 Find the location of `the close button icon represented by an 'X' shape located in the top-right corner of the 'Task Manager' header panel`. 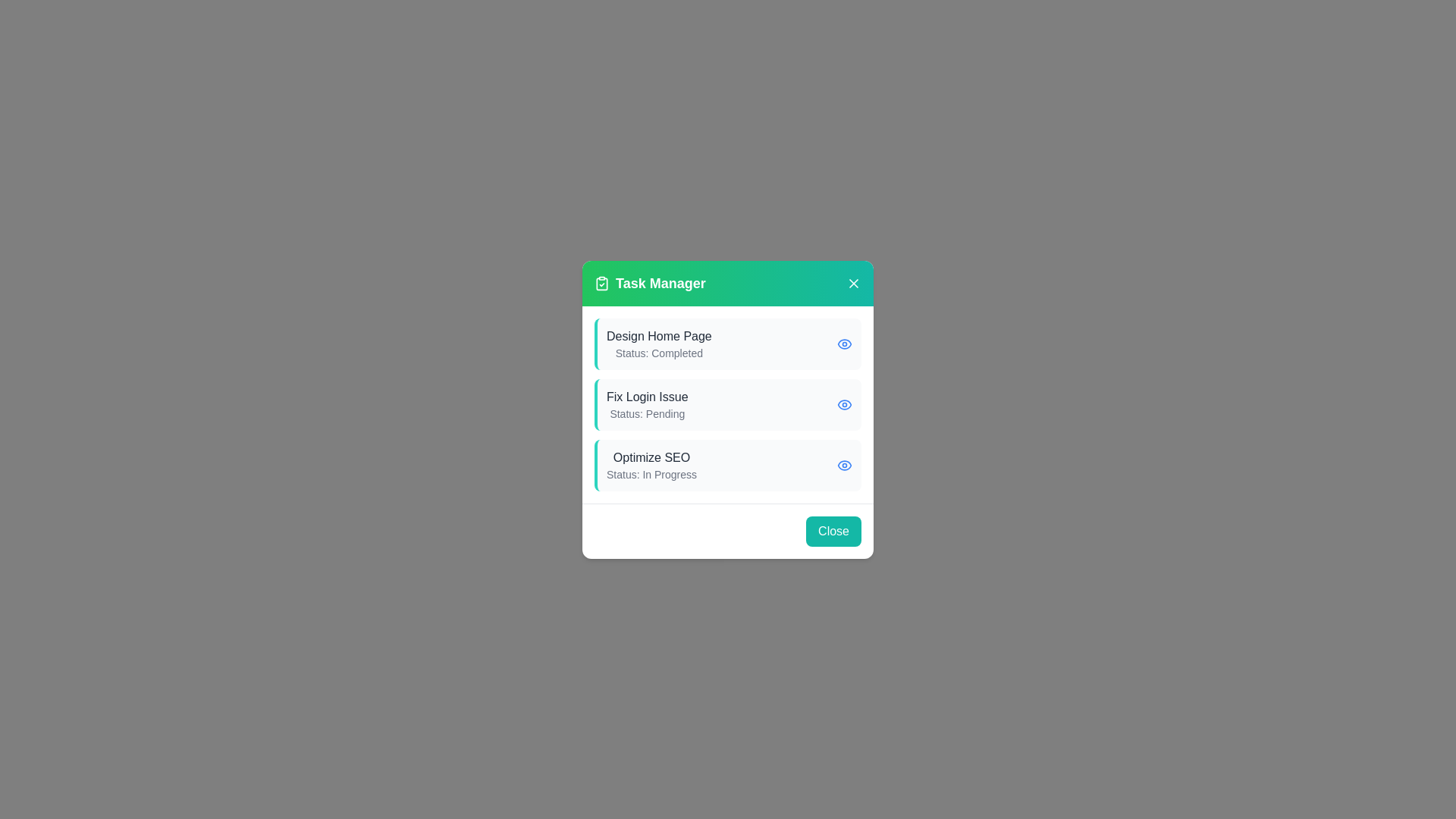

the close button icon represented by an 'X' shape located in the top-right corner of the 'Task Manager' header panel is located at coordinates (854, 283).